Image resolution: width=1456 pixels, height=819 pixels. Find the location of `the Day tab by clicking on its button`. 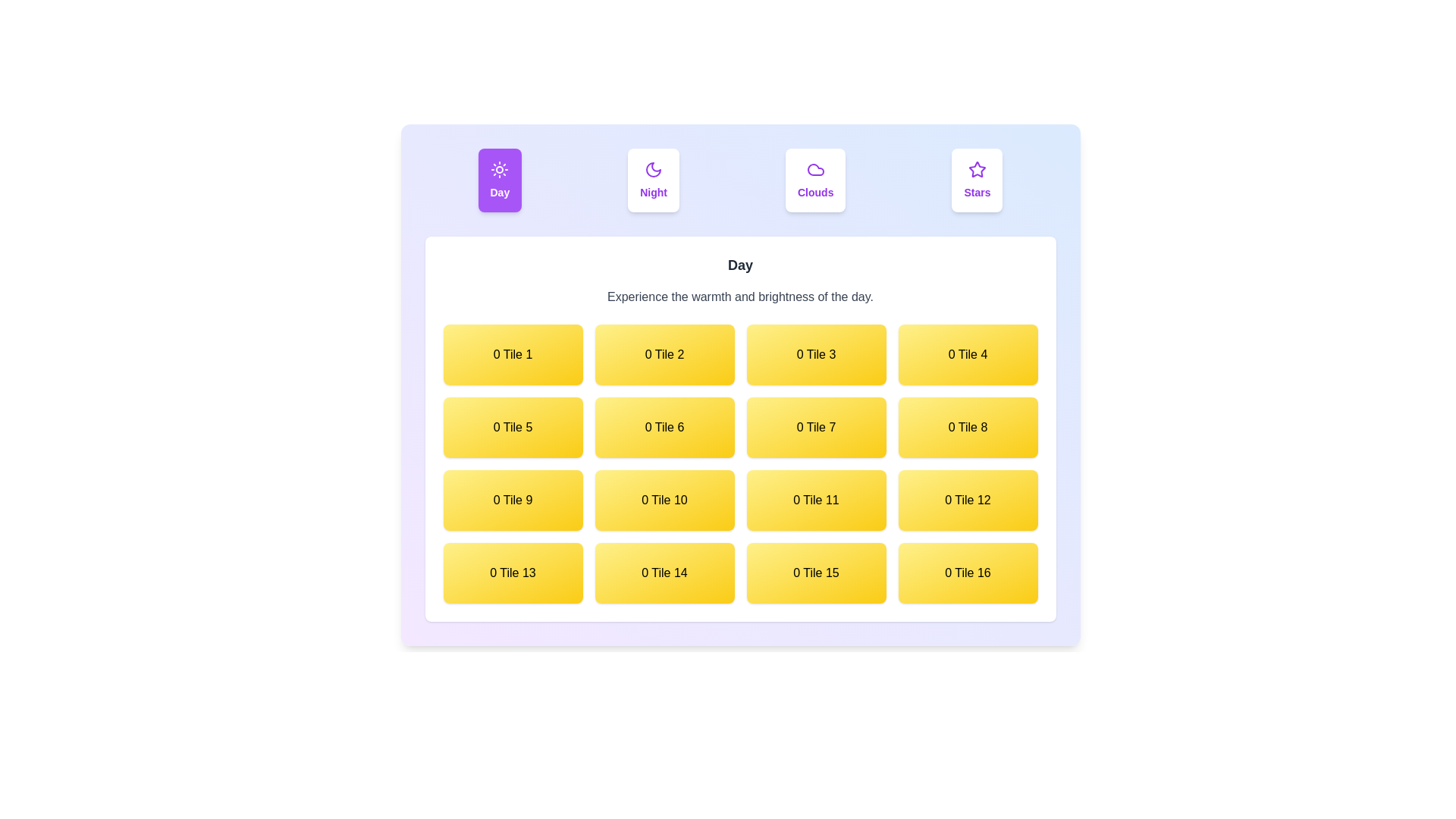

the Day tab by clicking on its button is located at coordinates (499, 180).